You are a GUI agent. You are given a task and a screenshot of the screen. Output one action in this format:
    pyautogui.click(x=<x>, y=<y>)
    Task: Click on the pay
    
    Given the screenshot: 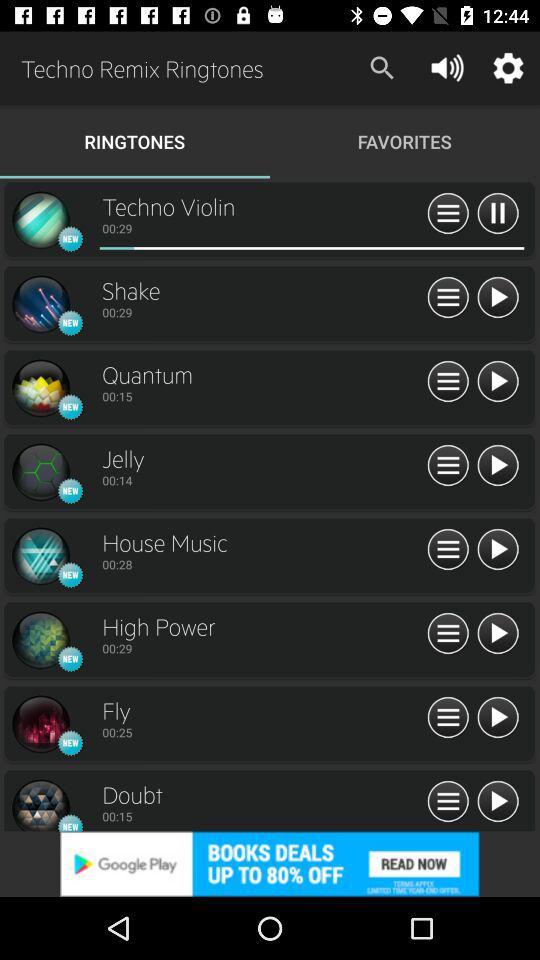 What is the action you would take?
    pyautogui.click(x=496, y=633)
    